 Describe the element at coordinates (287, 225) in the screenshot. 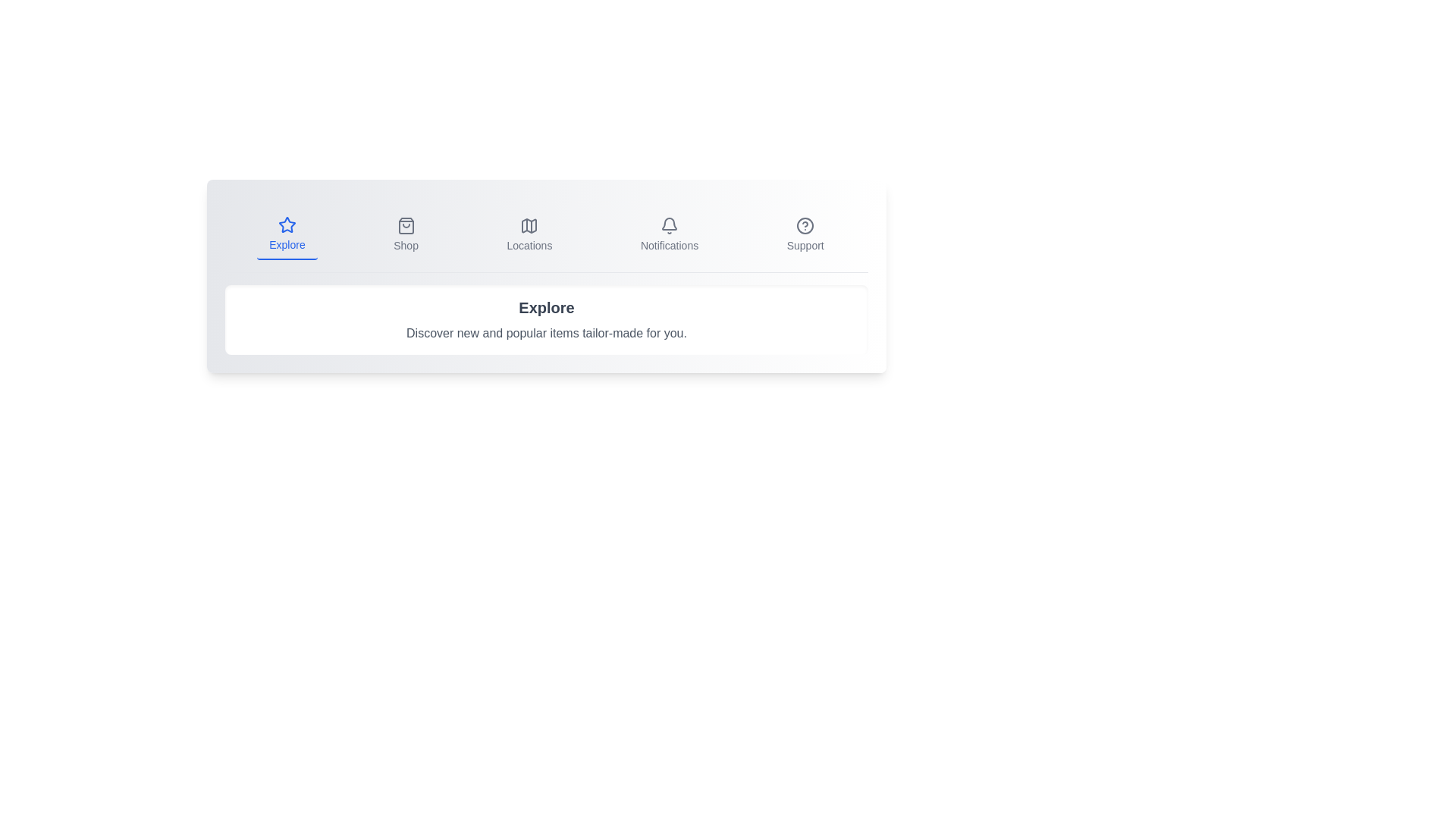

I see `the SVG star icon located at the top-center of the navigation menu` at that location.